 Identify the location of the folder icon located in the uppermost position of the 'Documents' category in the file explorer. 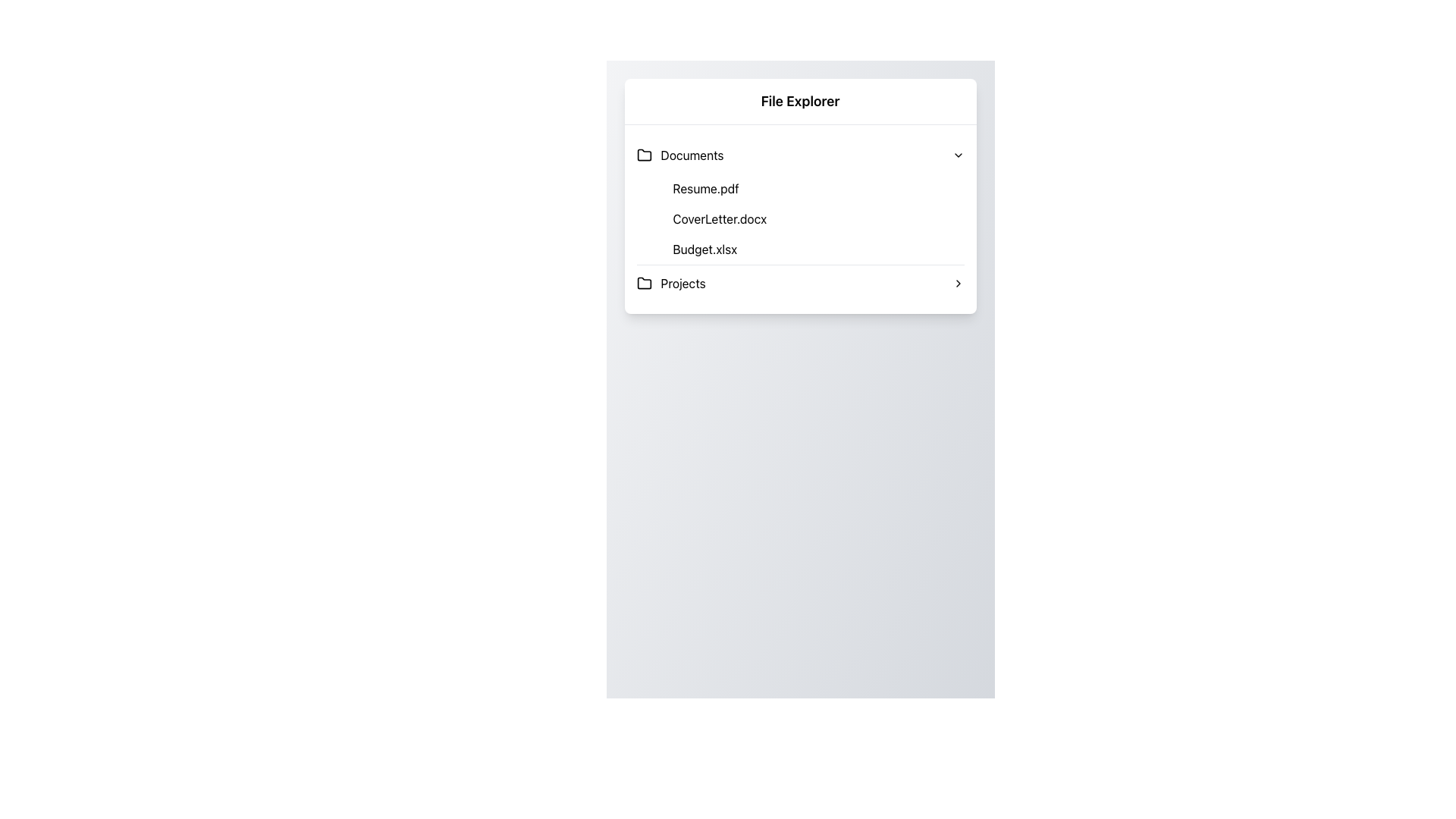
(644, 155).